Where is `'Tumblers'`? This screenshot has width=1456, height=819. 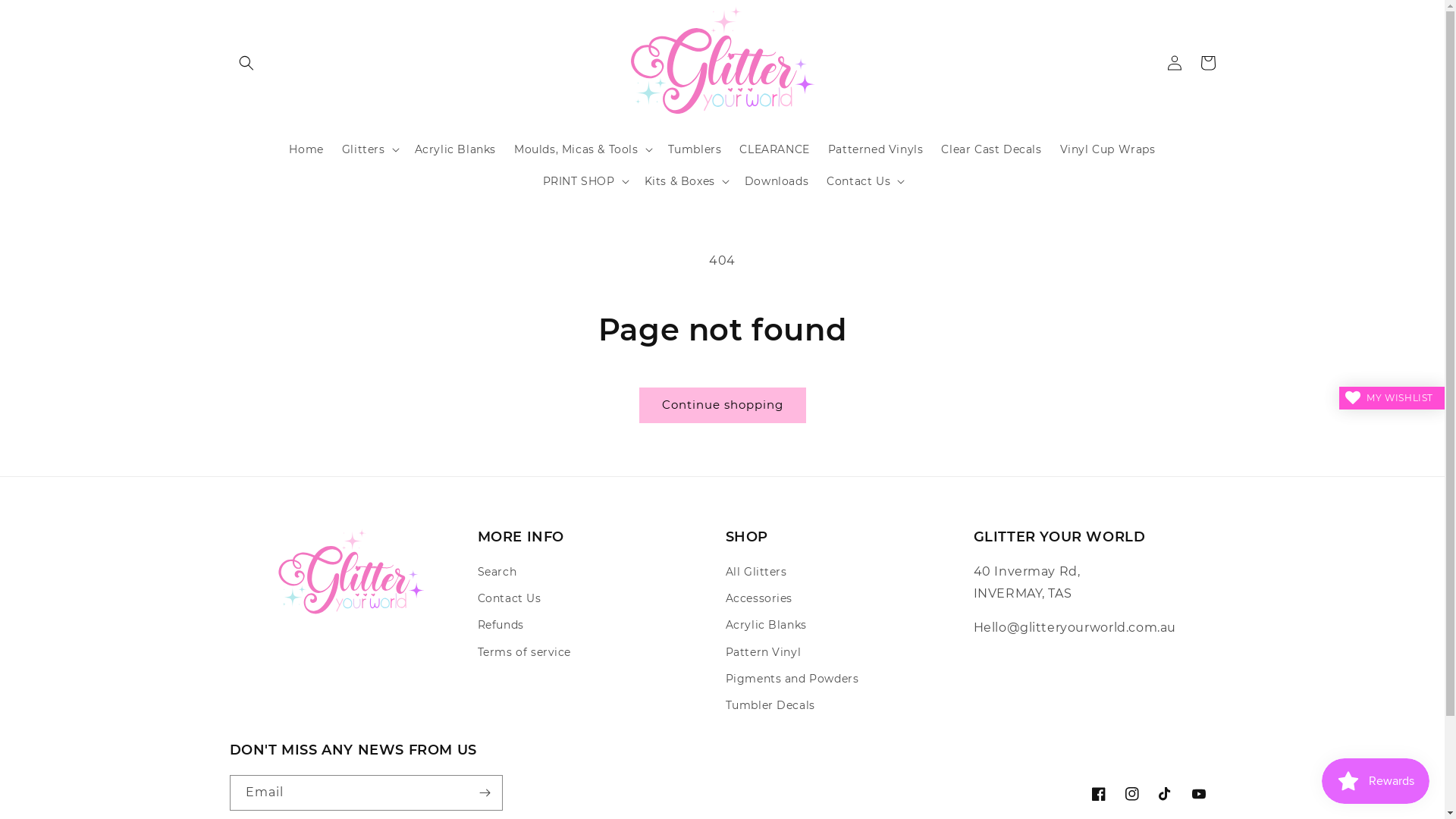
'Tumblers' is located at coordinates (694, 149).